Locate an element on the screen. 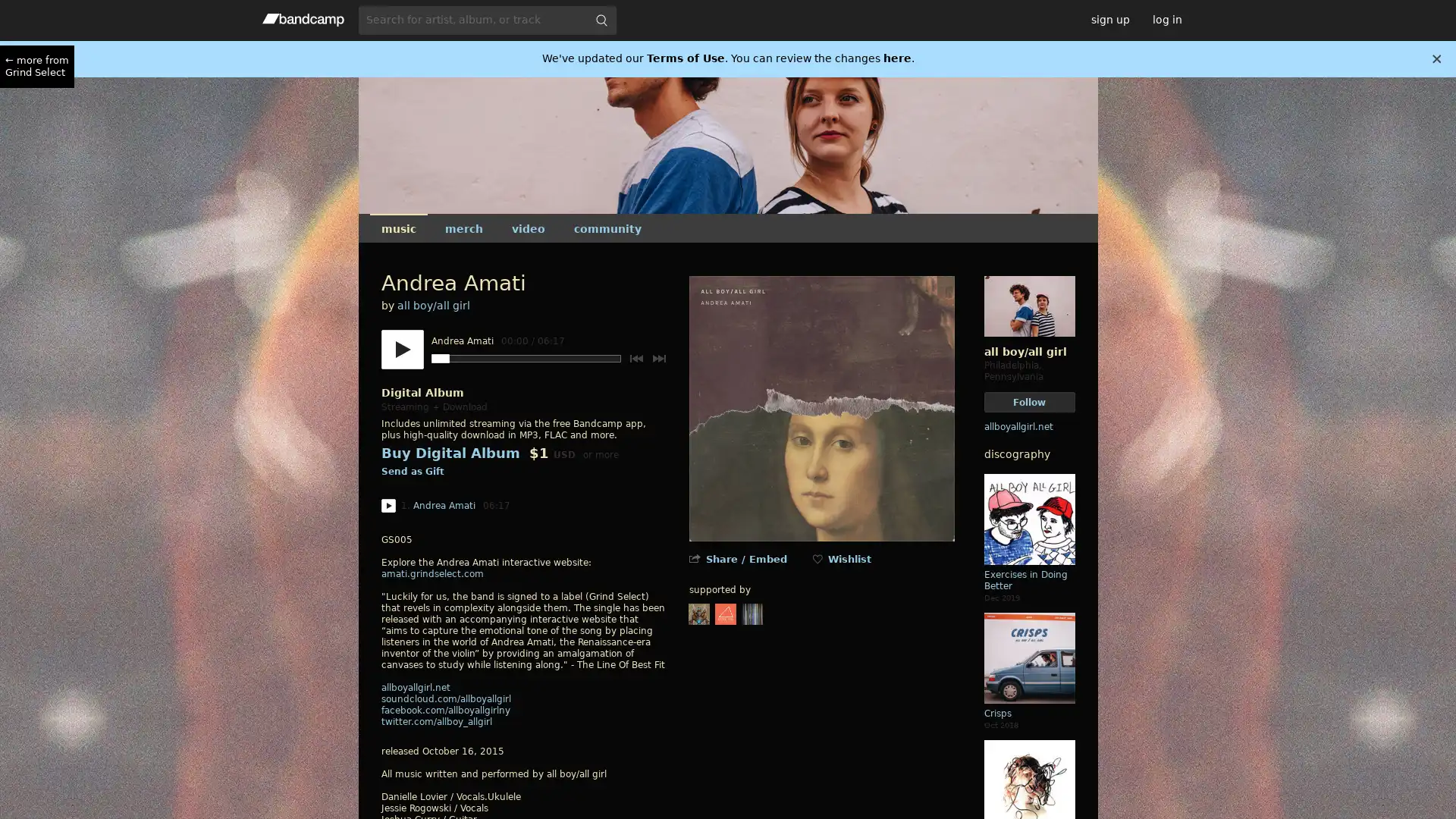 The width and height of the screenshot is (1456, 819). Digital Album is located at coordinates (422, 391).